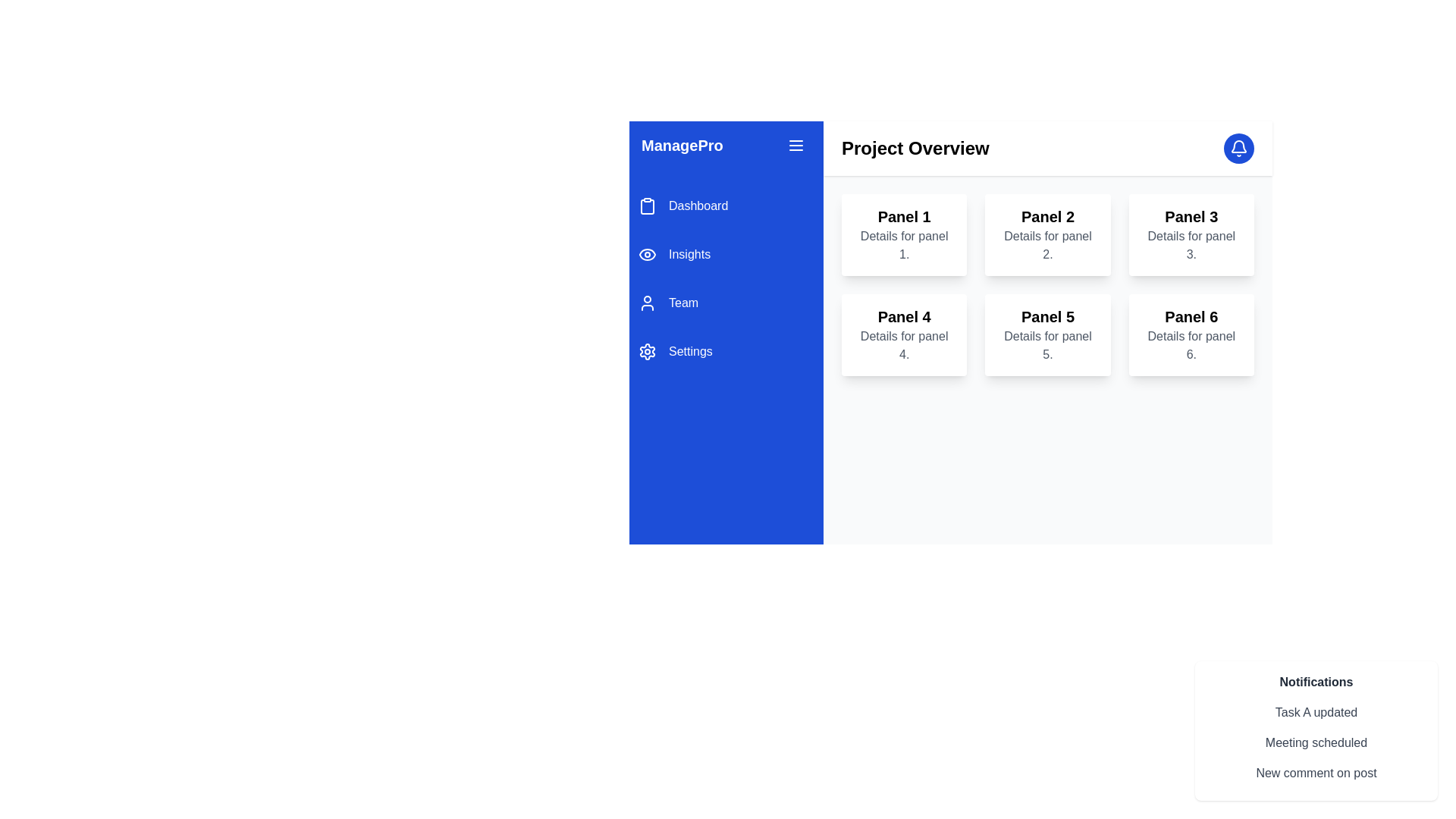  Describe the element at coordinates (726, 303) in the screenshot. I see `the 'Team' button, which is the third menu item` at that location.